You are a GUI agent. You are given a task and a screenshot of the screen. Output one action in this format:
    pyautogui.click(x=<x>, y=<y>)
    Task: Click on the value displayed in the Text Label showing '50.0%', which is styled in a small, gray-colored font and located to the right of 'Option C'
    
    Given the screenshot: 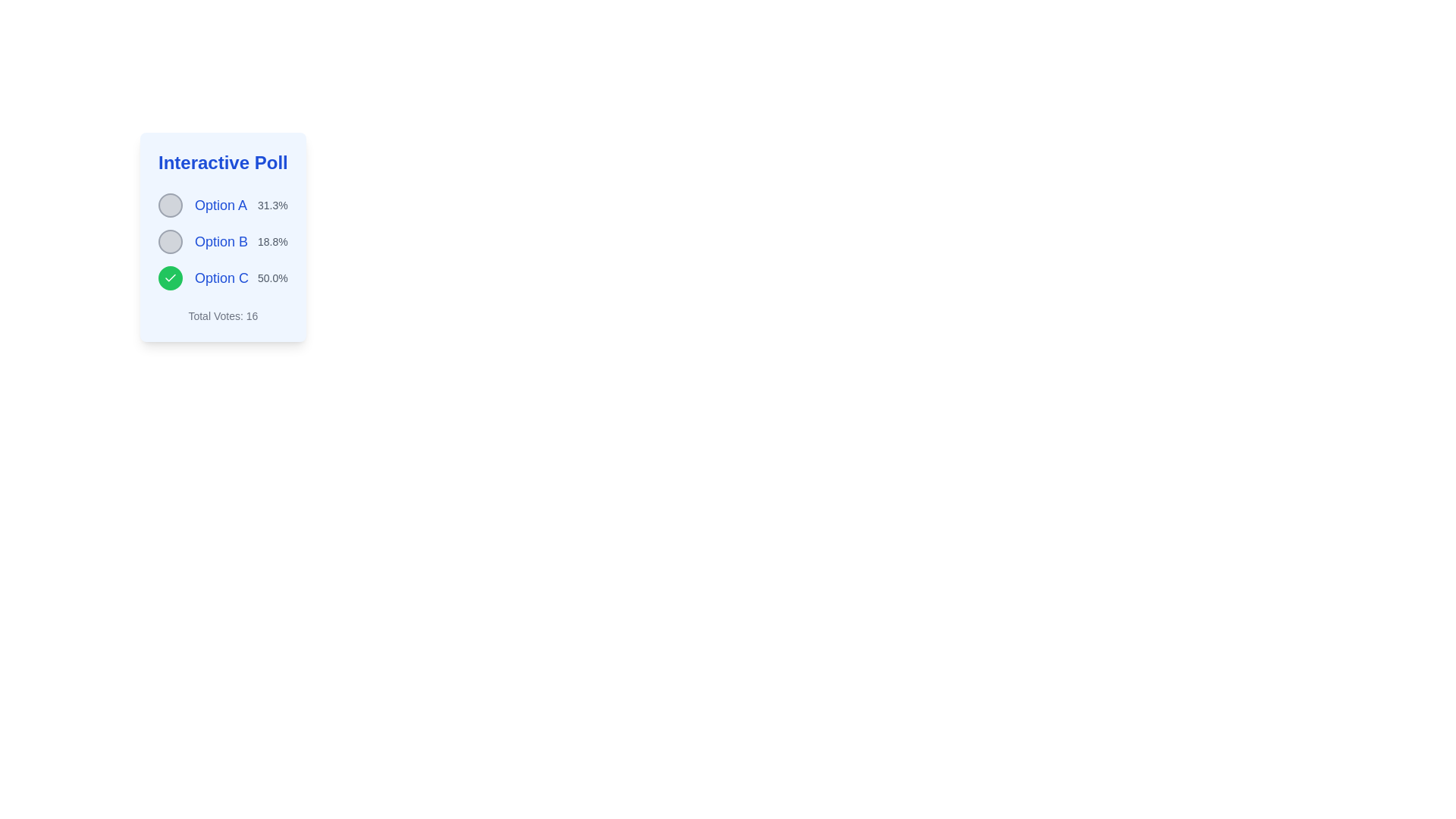 What is the action you would take?
    pyautogui.click(x=272, y=278)
    